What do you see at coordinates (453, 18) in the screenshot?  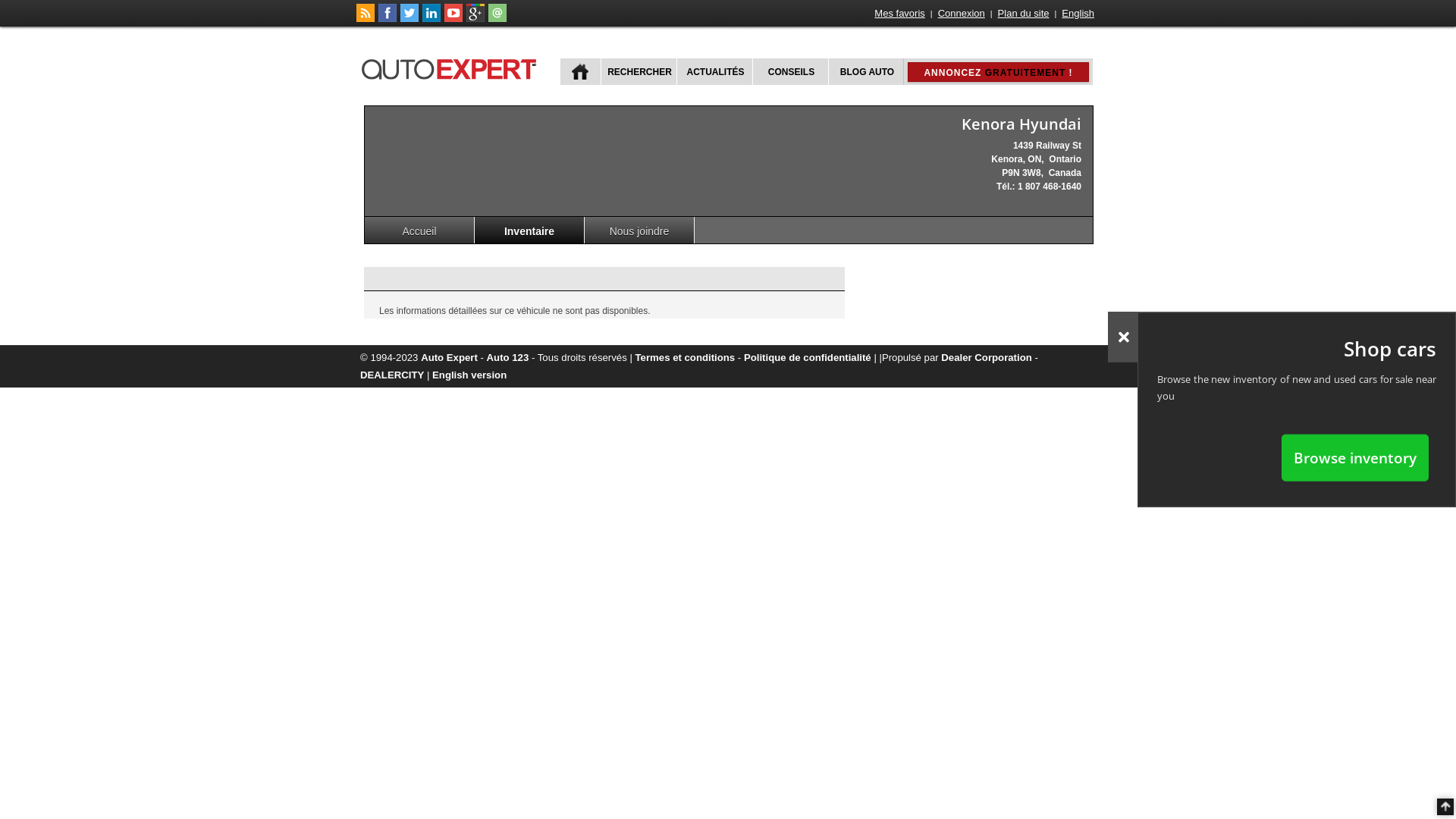 I see `'Suivez autoExpert.ca sur Youtube'` at bounding box center [453, 18].